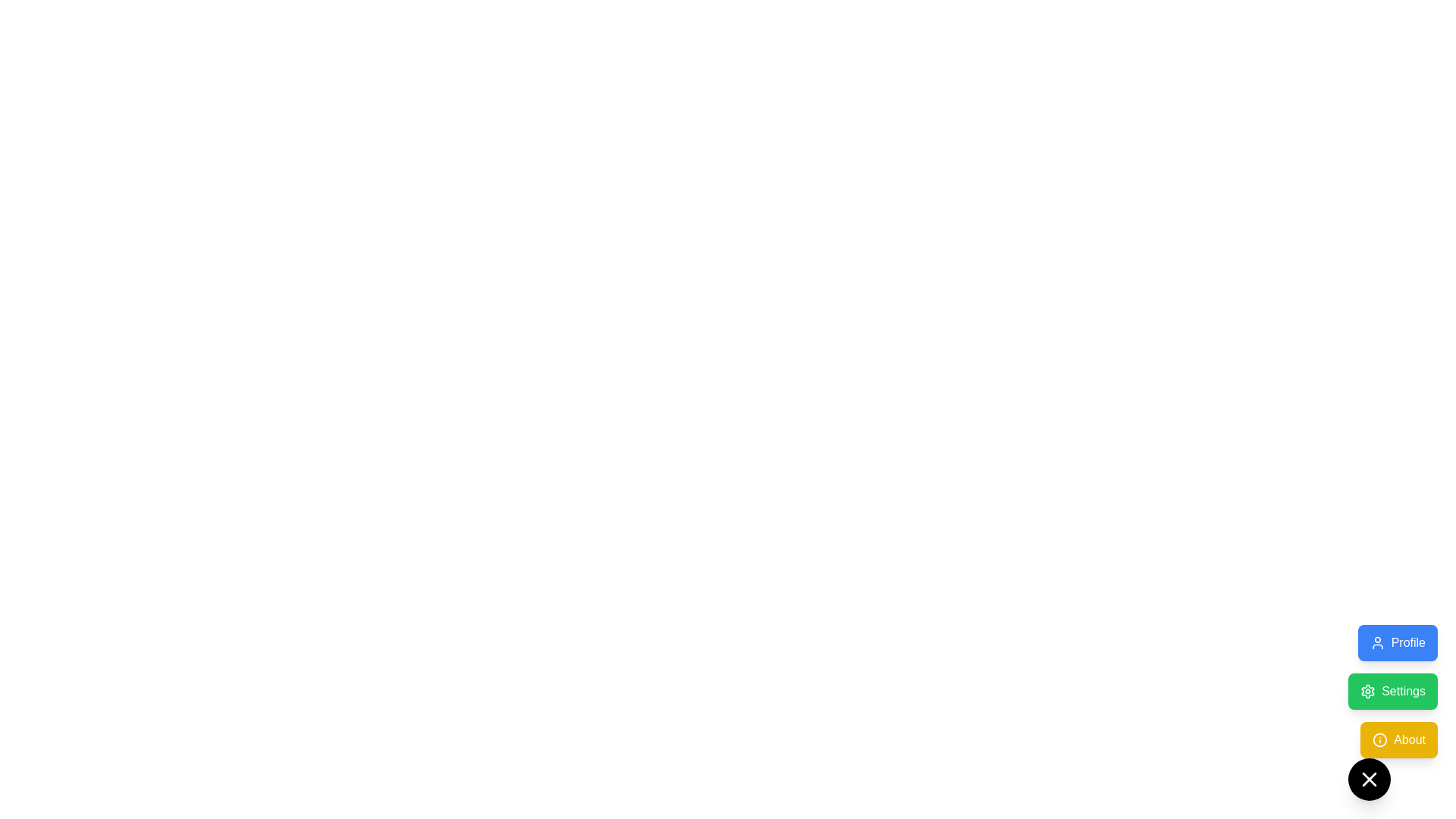 This screenshot has height=819, width=1456. I want to click on the icon within the 'Settings' button, which is the first graphical component to the left of its text, so click(1368, 691).